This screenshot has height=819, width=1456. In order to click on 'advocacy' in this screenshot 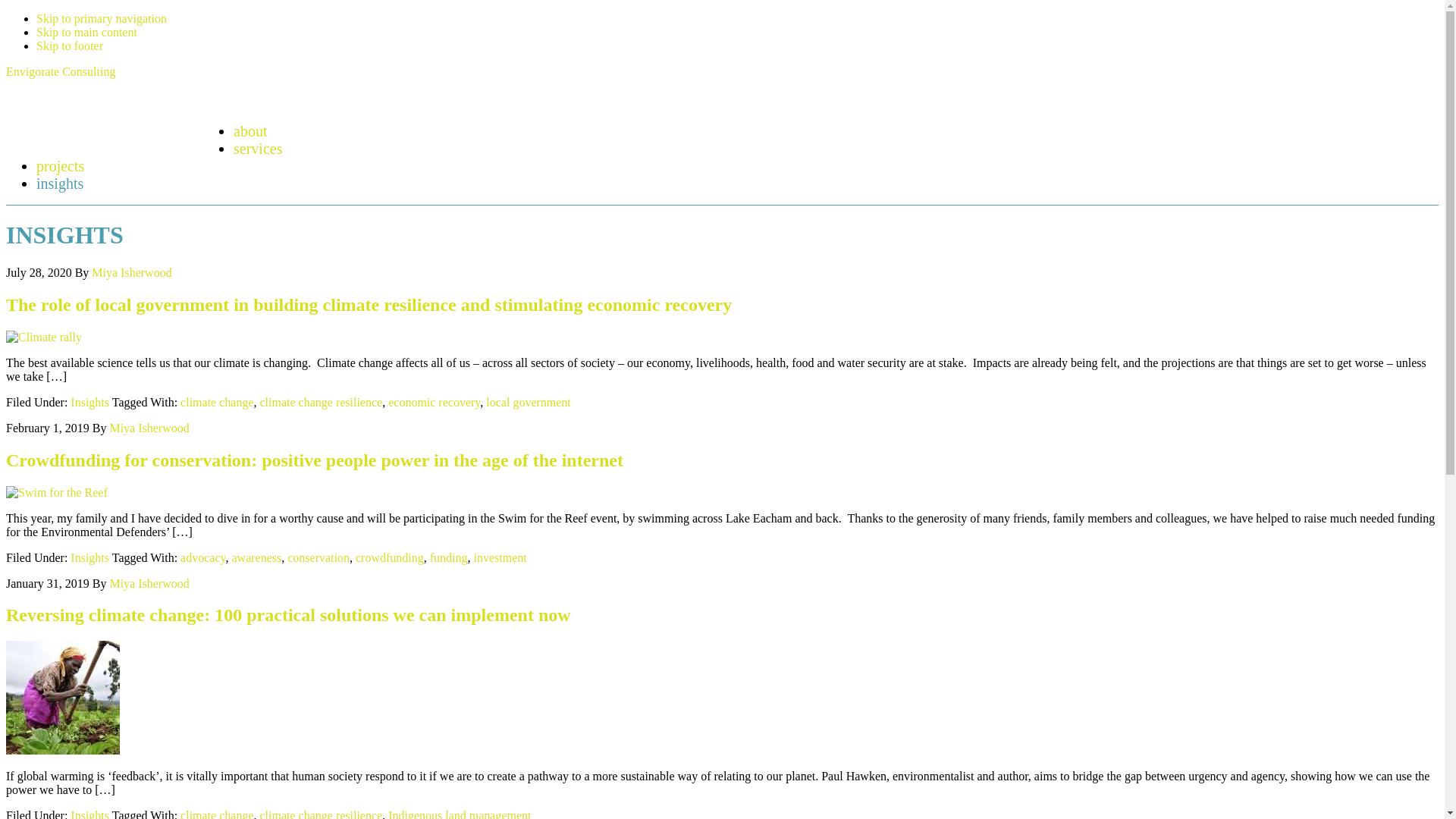, I will do `click(180, 557)`.